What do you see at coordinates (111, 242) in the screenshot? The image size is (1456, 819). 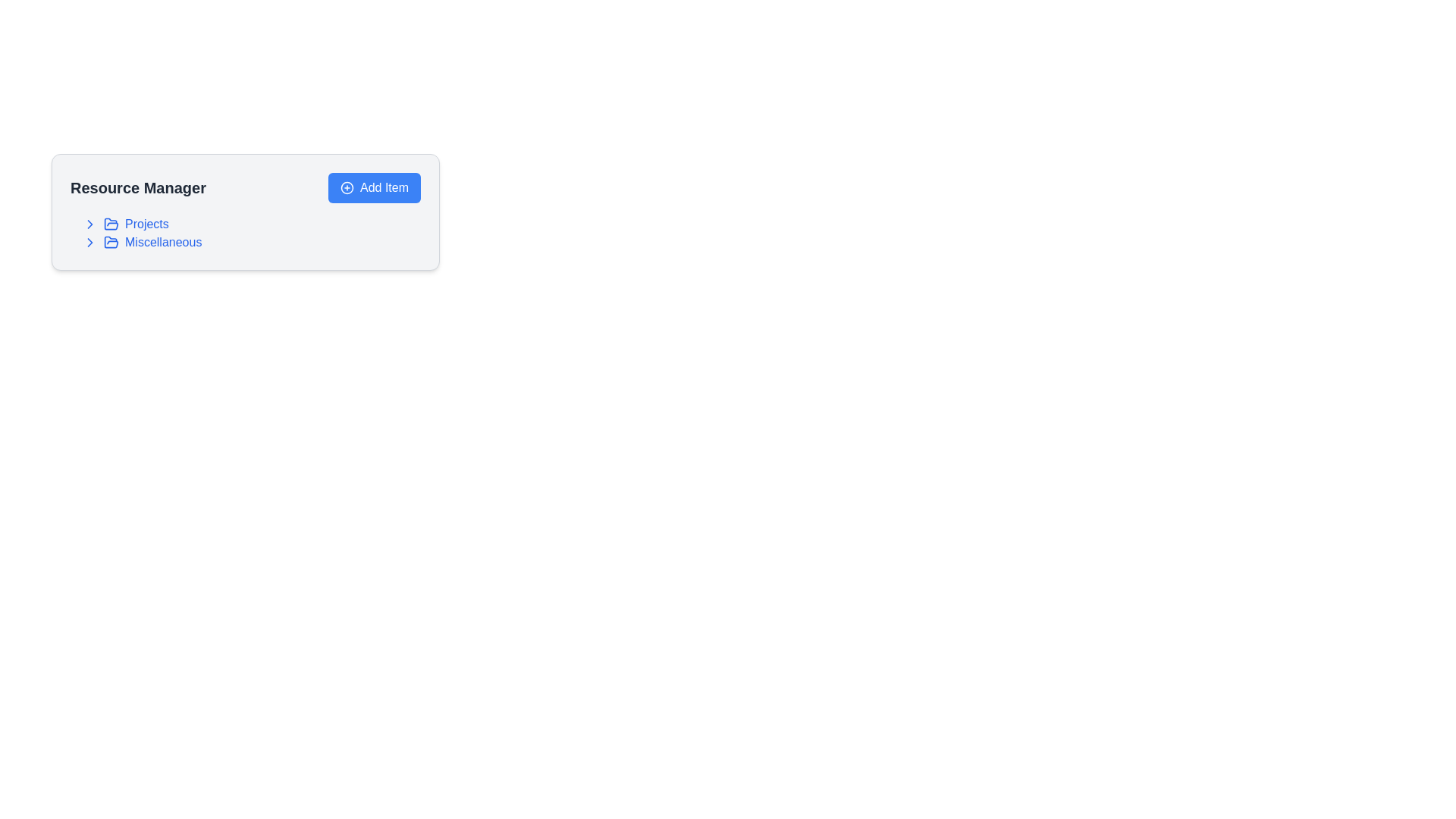 I see `the state of the open folder icon, which is the second icon in the 'Miscellaneous' entry, located between the chevron icon and the 'Miscellaneous' text label` at bounding box center [111, 242].